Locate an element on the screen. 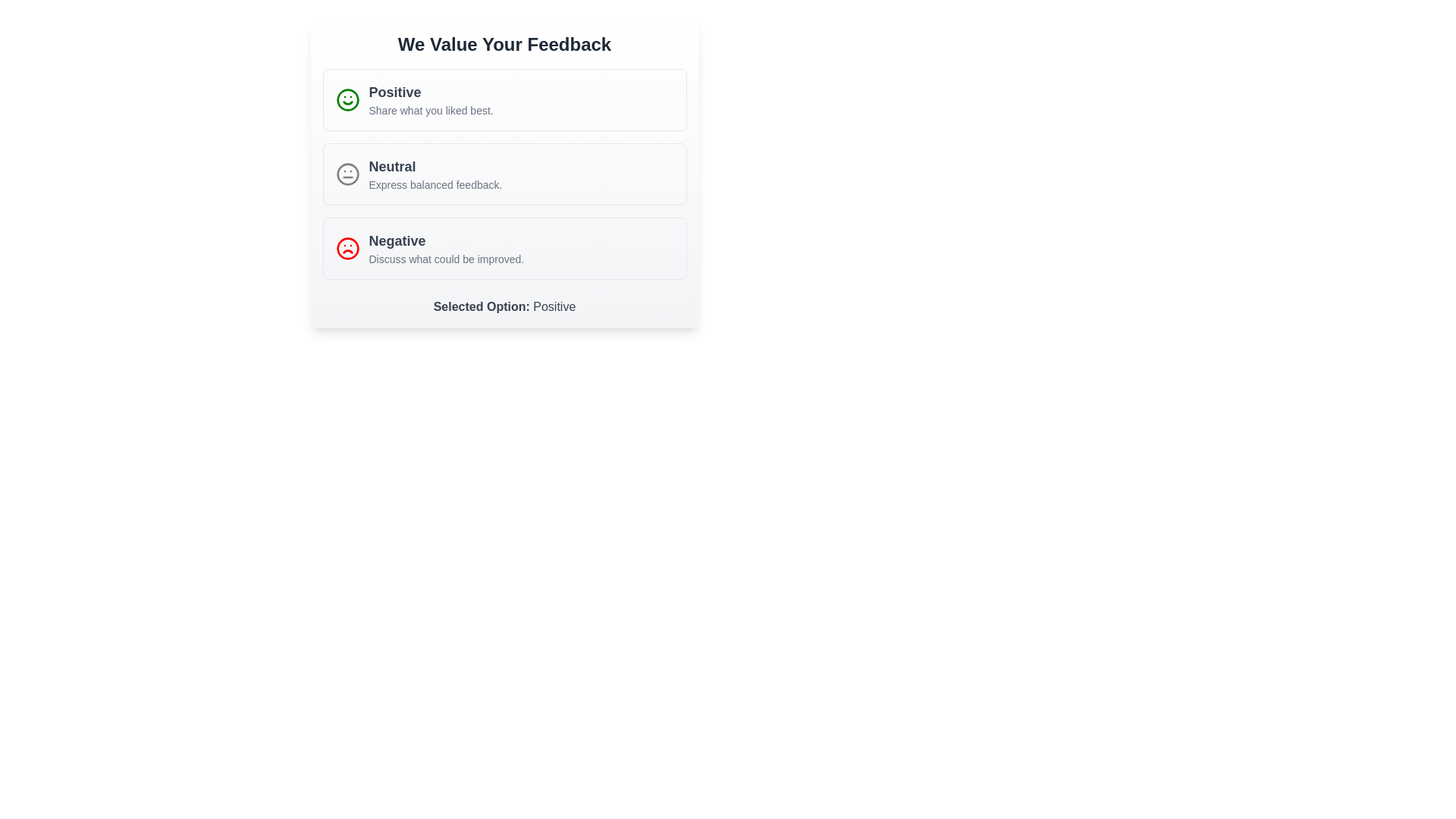 The height and width of the screenshot is (819, 1456). to select the 'Neutral' feedback option in the second section of the Interactive option card titled 'We Value Your Feedback' is located at coordinates (504, 174).